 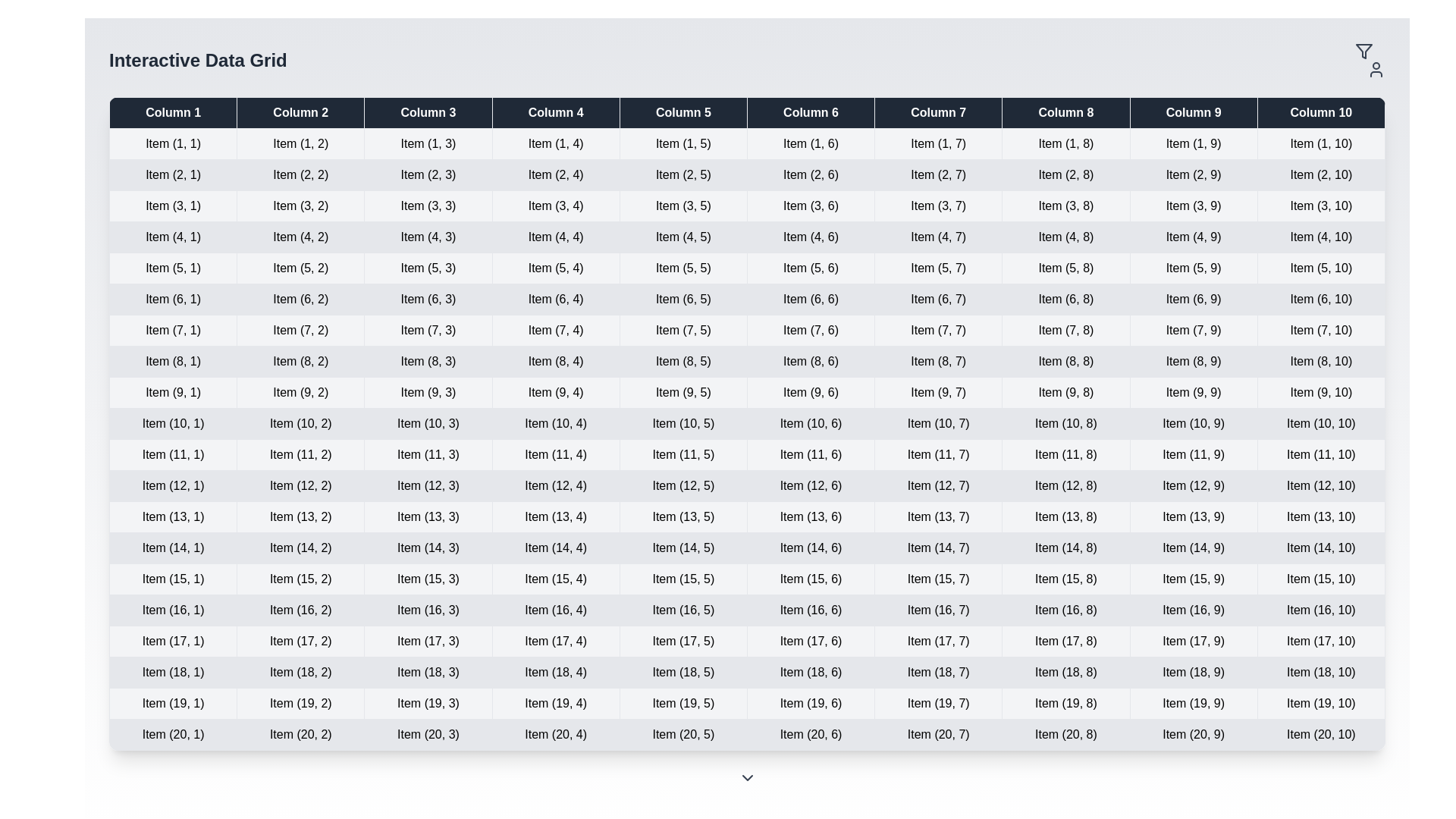 What do you see at coordinates (1364, 51) in the screenshot?
I see `the filter control icon in the top-right corner of the header` at bounding box center [1364, 51].